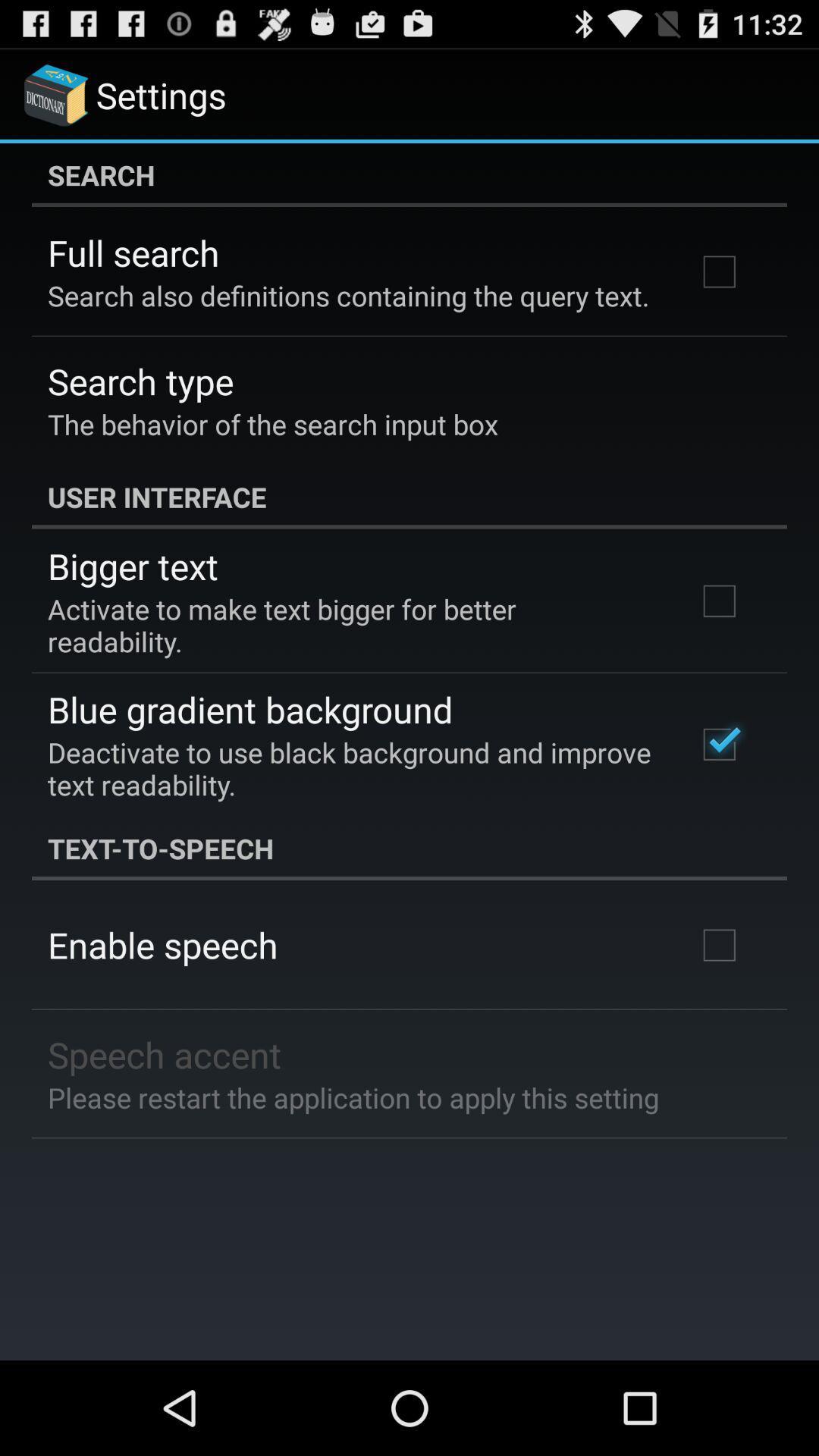 The width and height of the screenshot is (819, 1456). Describe the element at coordinates (249, 708) in the screenshot. I see `blue gradient background` at that location.